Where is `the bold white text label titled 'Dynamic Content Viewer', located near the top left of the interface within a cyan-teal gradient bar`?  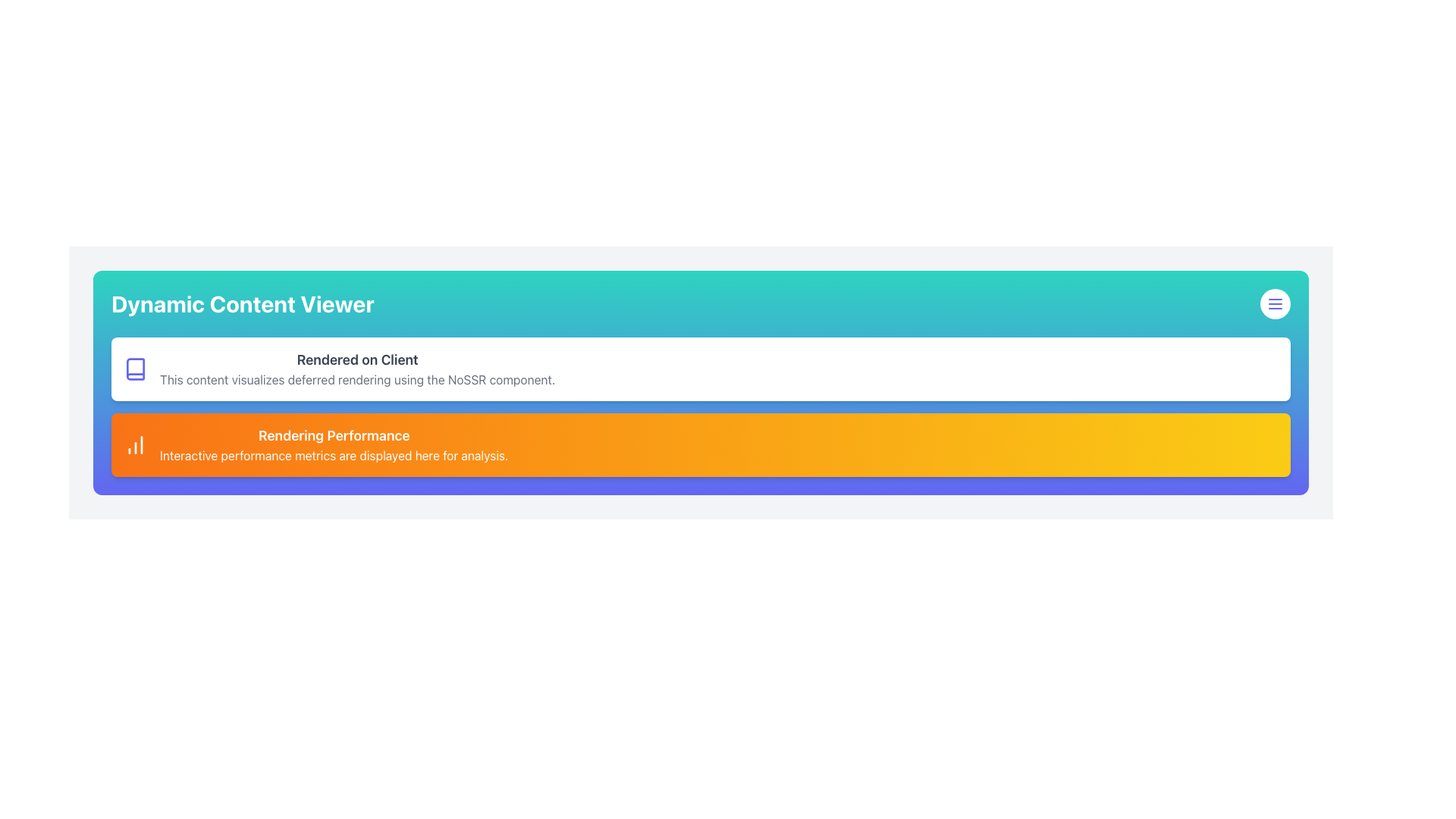
the bold white text label titled 'Dynamic Content Viewer', located near the top left of the interface within a cyan-teal gradient bar is located at coordinates (243, 304).